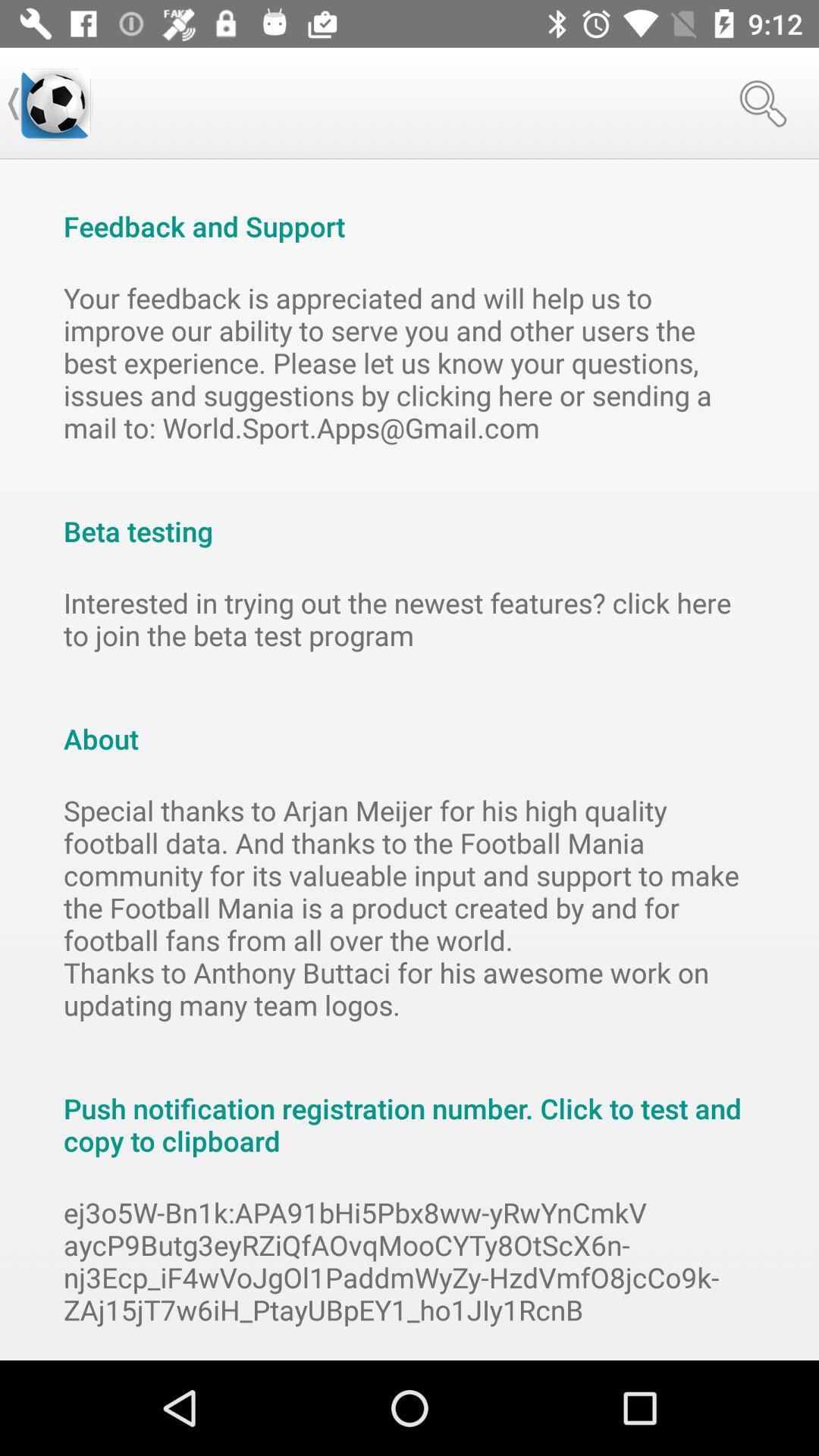 This screenshot has width=819, height=1456. Describe the element at coordinates (409, 362) in the screenshot. I see `your feedback is item` at that location.